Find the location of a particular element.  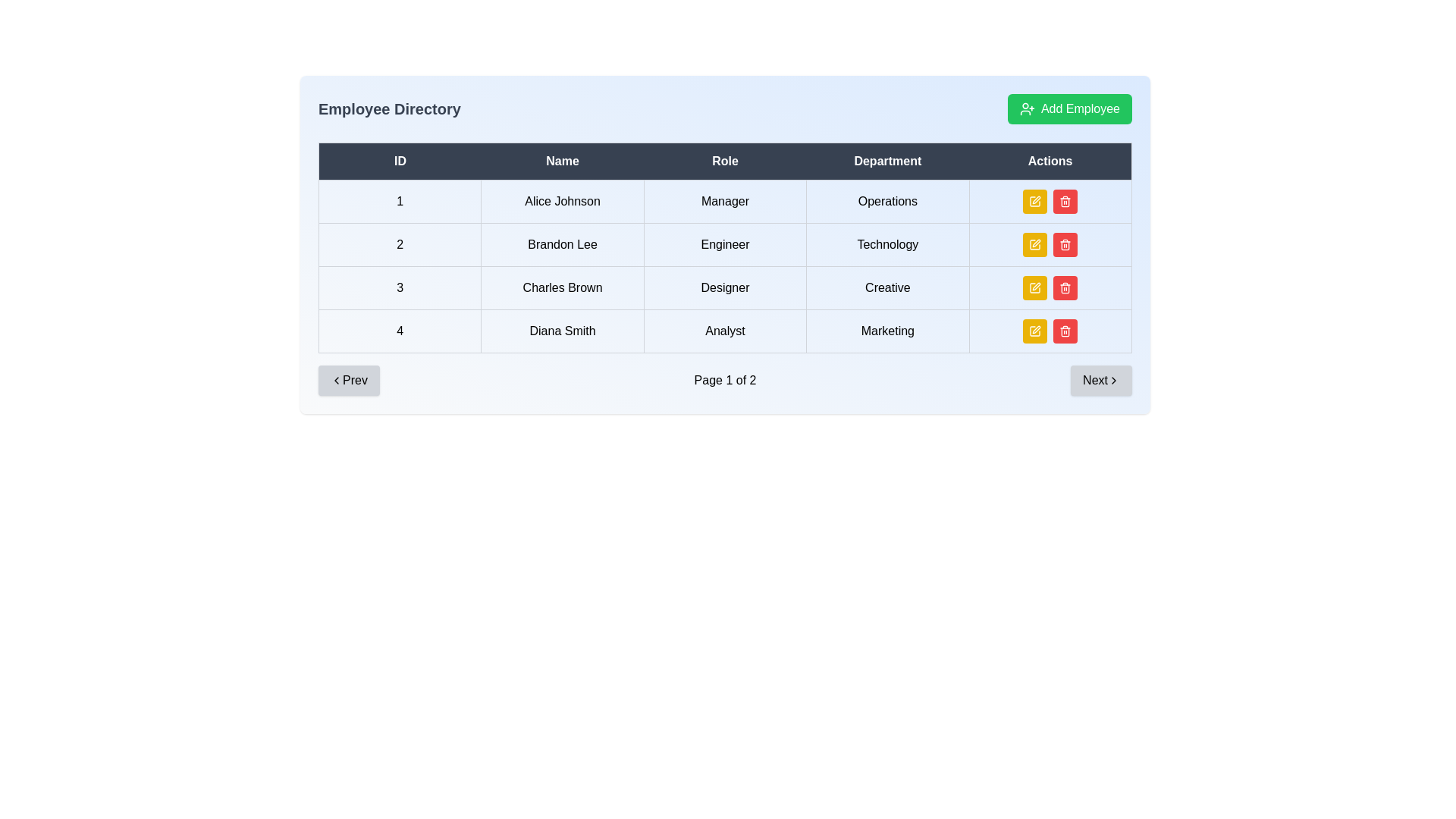

page number information from the Pagination bar located at the bottom right corner of the employee list table, which displays 'Page 1 of 2' is located at coordinates (724, 379).